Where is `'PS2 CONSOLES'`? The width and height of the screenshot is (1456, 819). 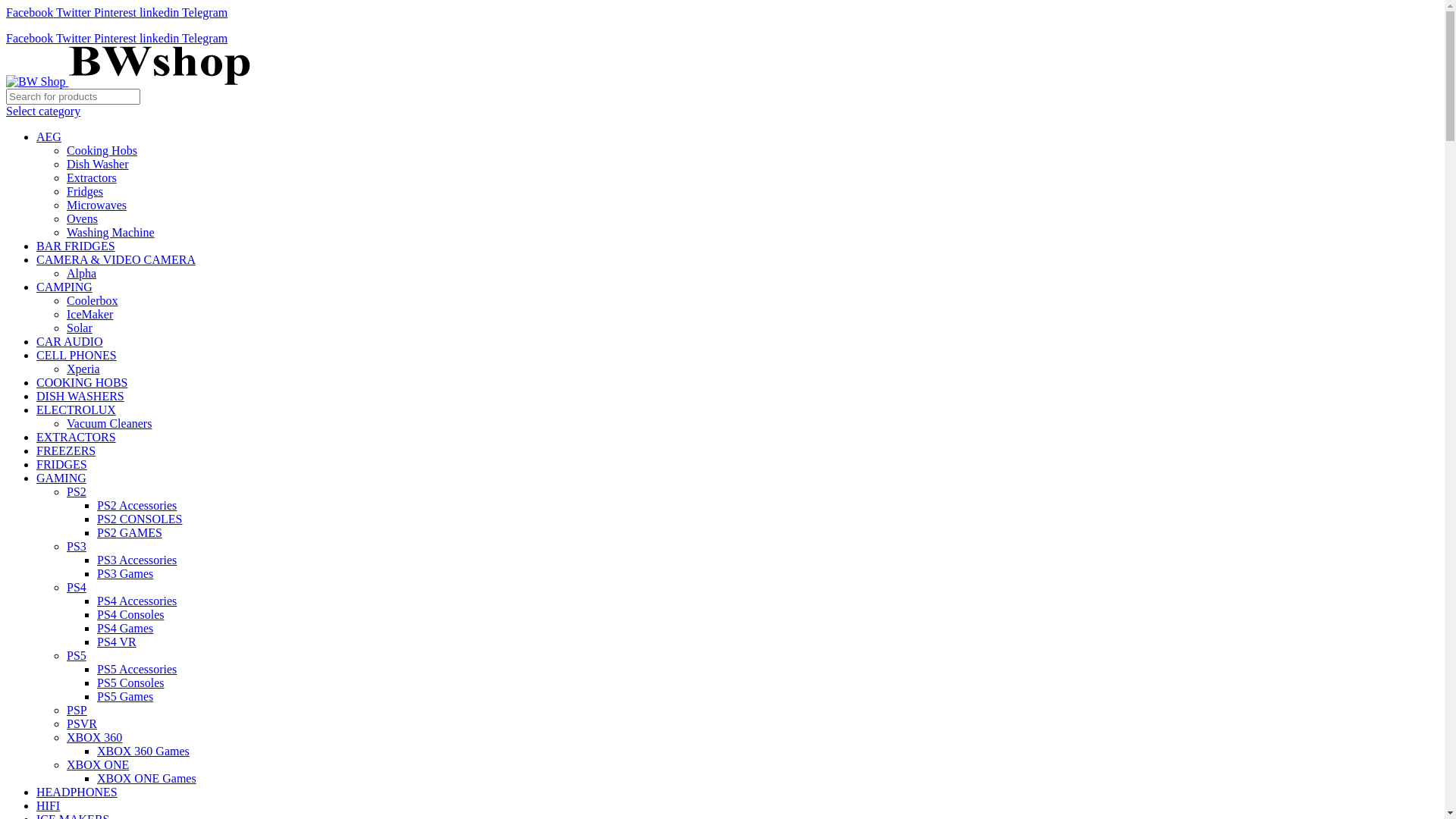
'PS2 CONSOLES' is located at coordinates (139, 518).